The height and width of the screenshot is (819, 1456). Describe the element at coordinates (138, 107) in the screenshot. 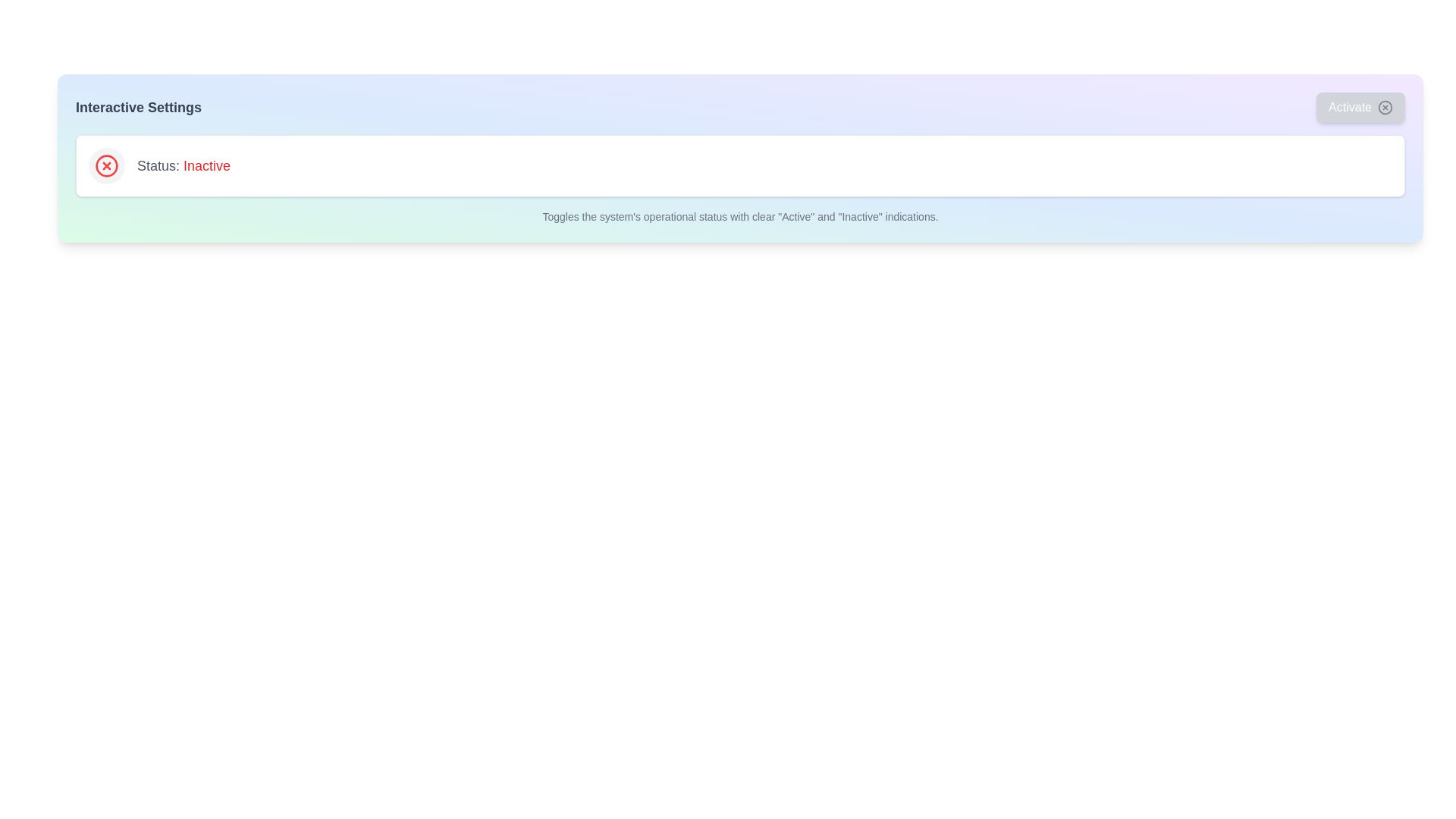

I see `the text label which serves as the heading or title located at the left-most side of the header row` at that location.